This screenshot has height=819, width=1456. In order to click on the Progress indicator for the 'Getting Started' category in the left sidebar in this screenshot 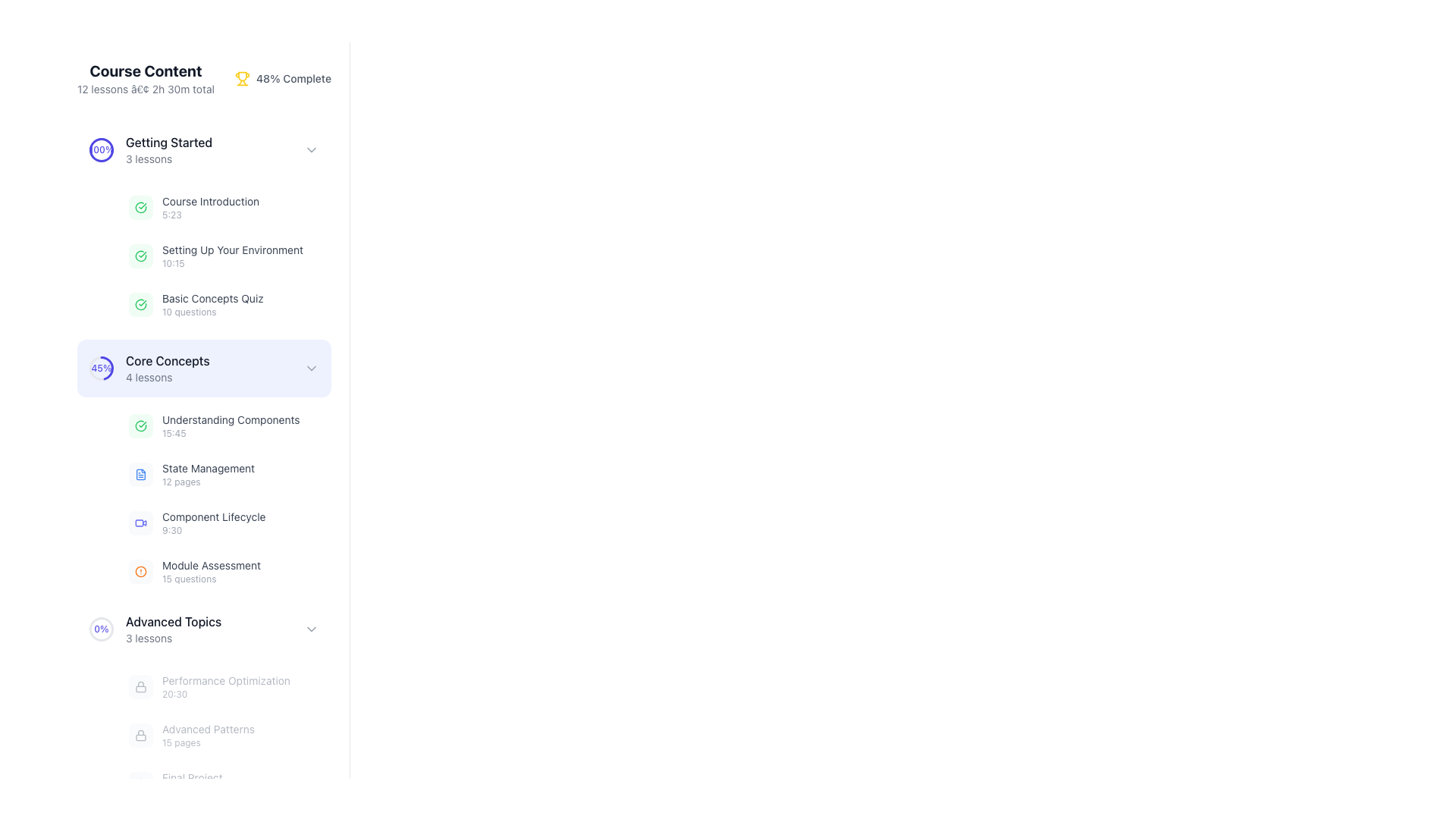, I will do `click(151, 149)`.